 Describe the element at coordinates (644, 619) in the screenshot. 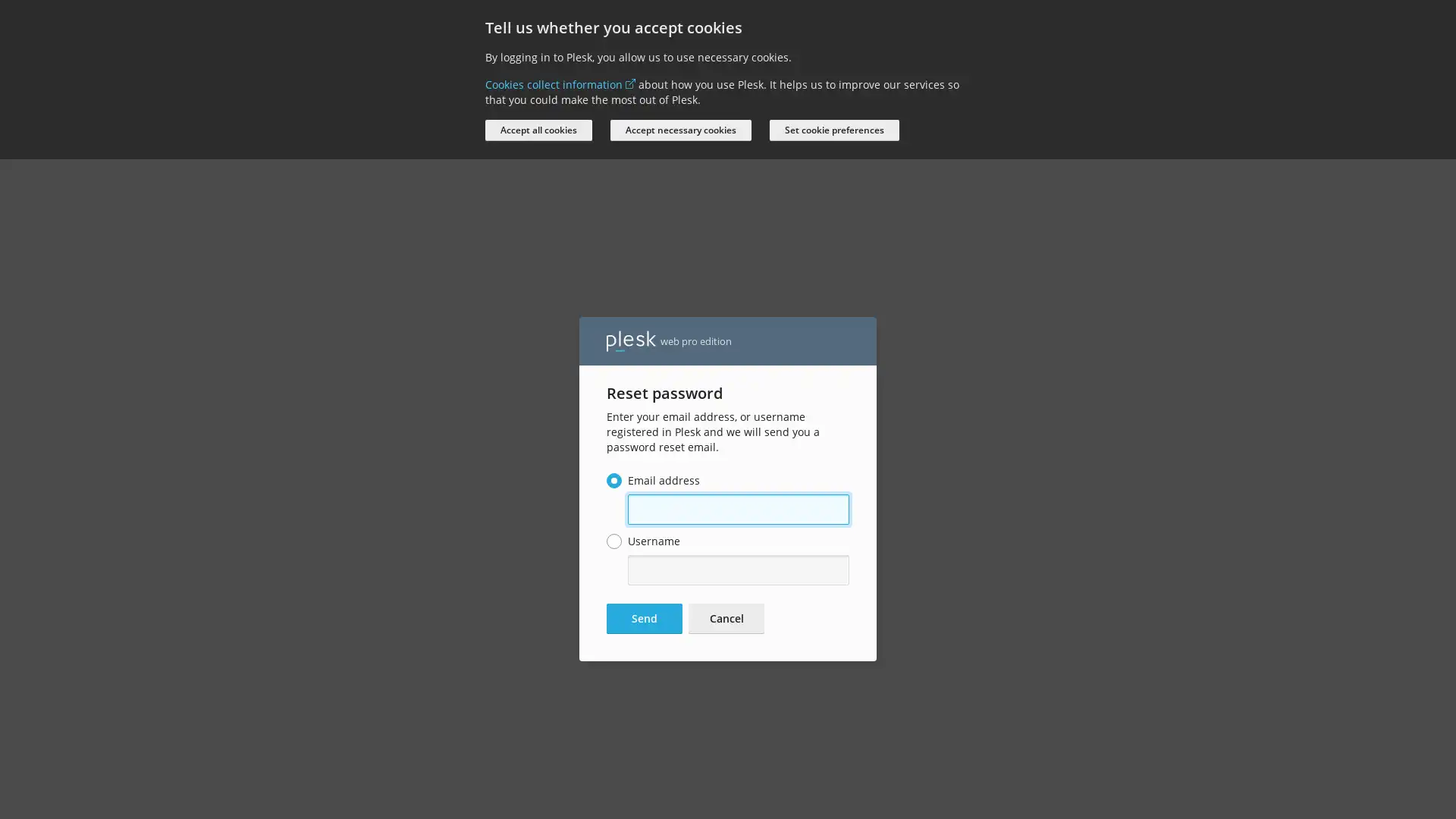

I see `Send` at that location.